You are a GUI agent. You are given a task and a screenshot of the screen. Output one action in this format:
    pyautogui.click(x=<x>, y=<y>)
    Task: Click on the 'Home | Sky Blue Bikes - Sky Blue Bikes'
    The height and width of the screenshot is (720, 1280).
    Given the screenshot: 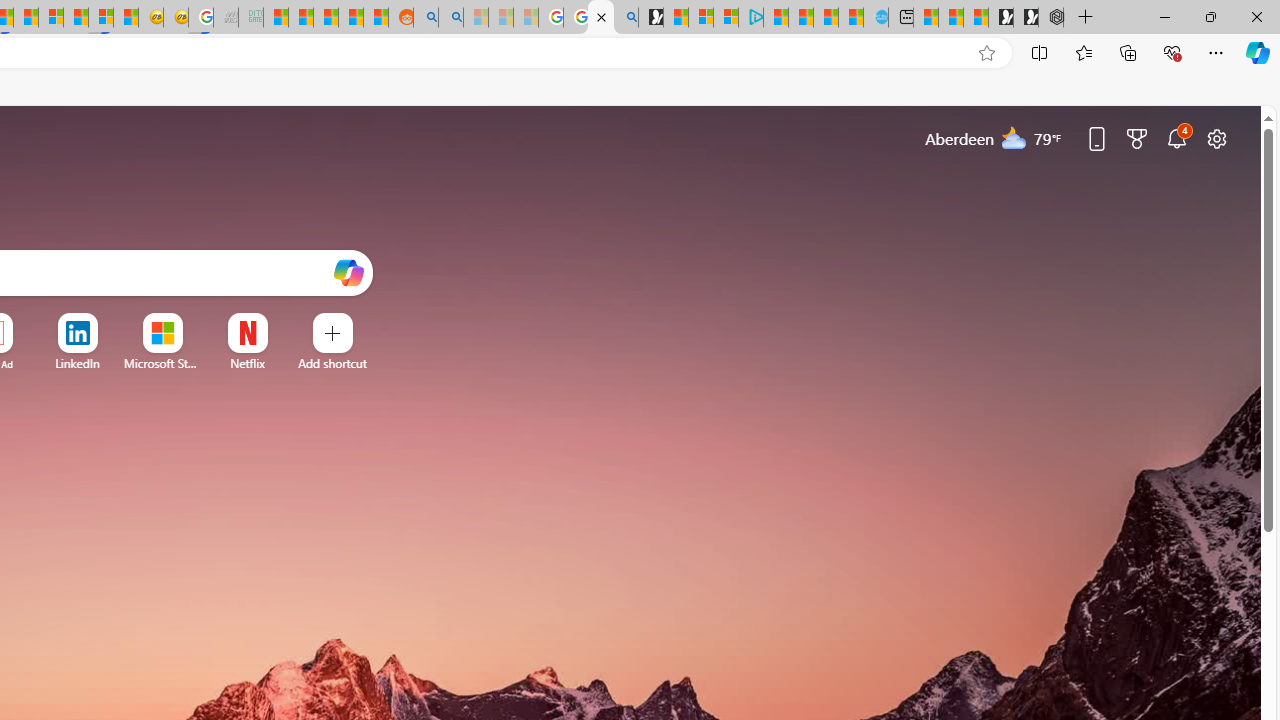 What is the action you would take?
    pyautogui.click(x=876, y=17)
    